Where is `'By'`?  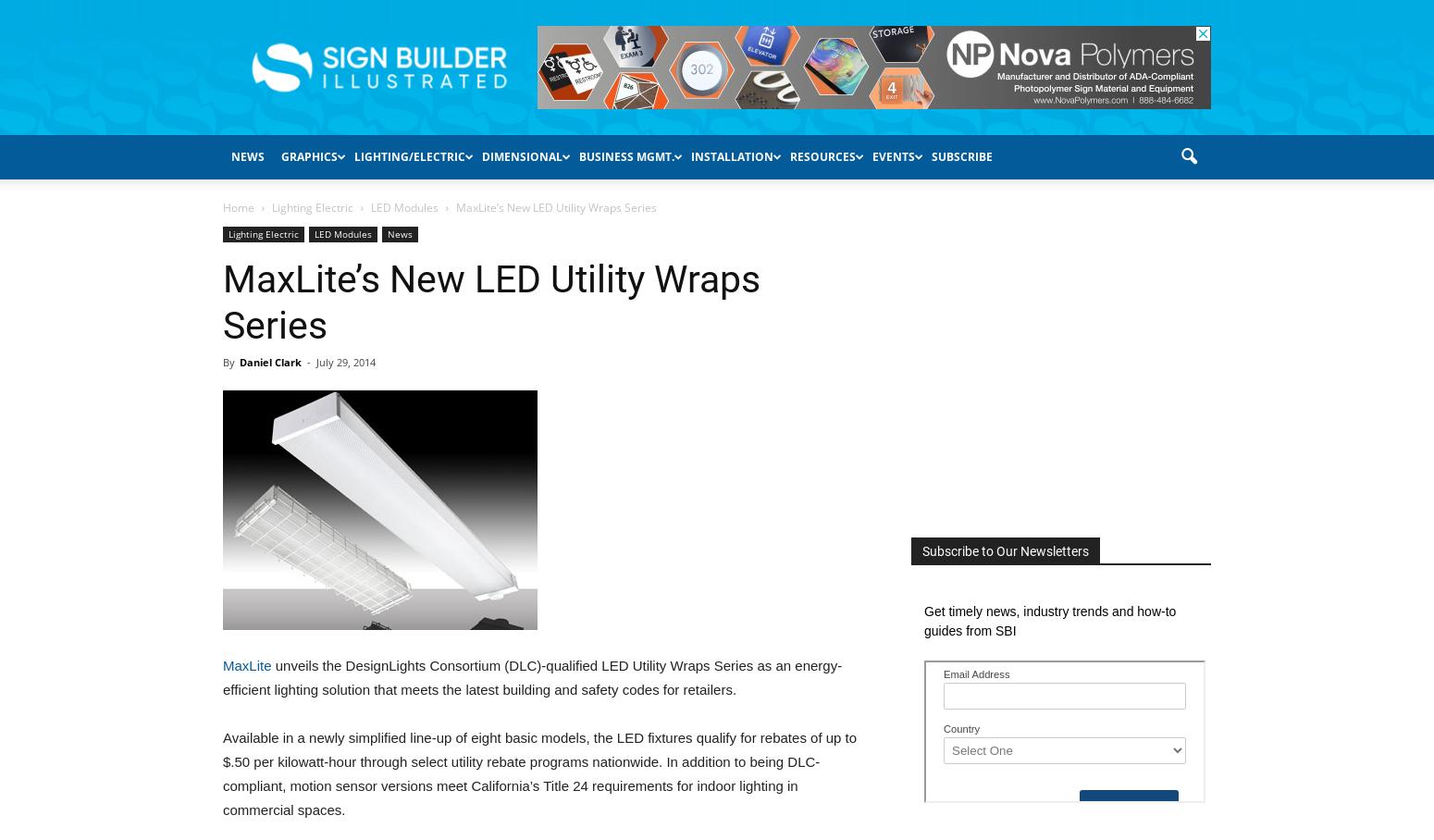 'By' is located at coordinates (223, 361).